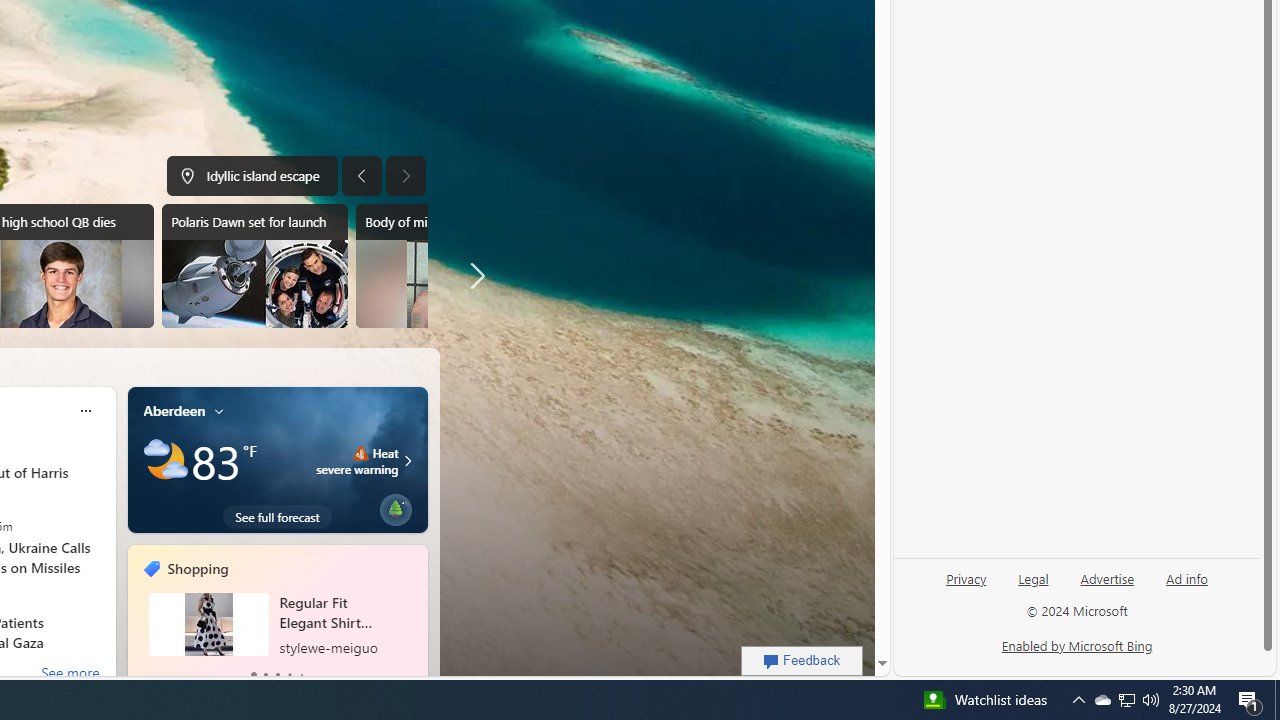  Describe the element at coordinates (357, 460) in the screenshot. I see `'Heat - Severe Heat severe warning'` at that location.